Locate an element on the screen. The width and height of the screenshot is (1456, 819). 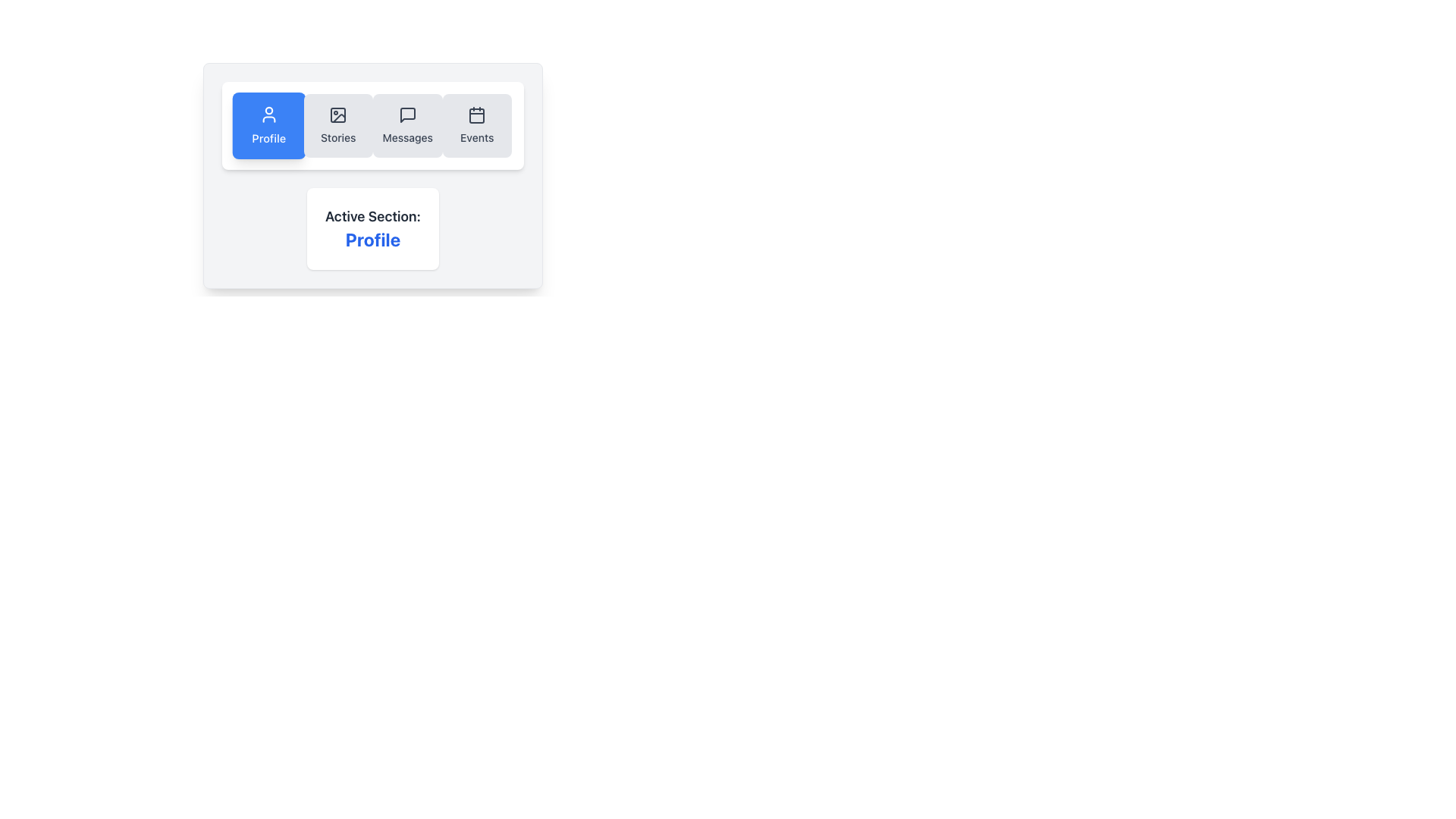
the Informative display box, which is a white rectangular box with rounded corners containing the text 'Active Section:' in dark gray and 'Profile' in bold blue, located beneath the menu bar and aligned with the 'Profile' tab is located at coordinates (372, 228).